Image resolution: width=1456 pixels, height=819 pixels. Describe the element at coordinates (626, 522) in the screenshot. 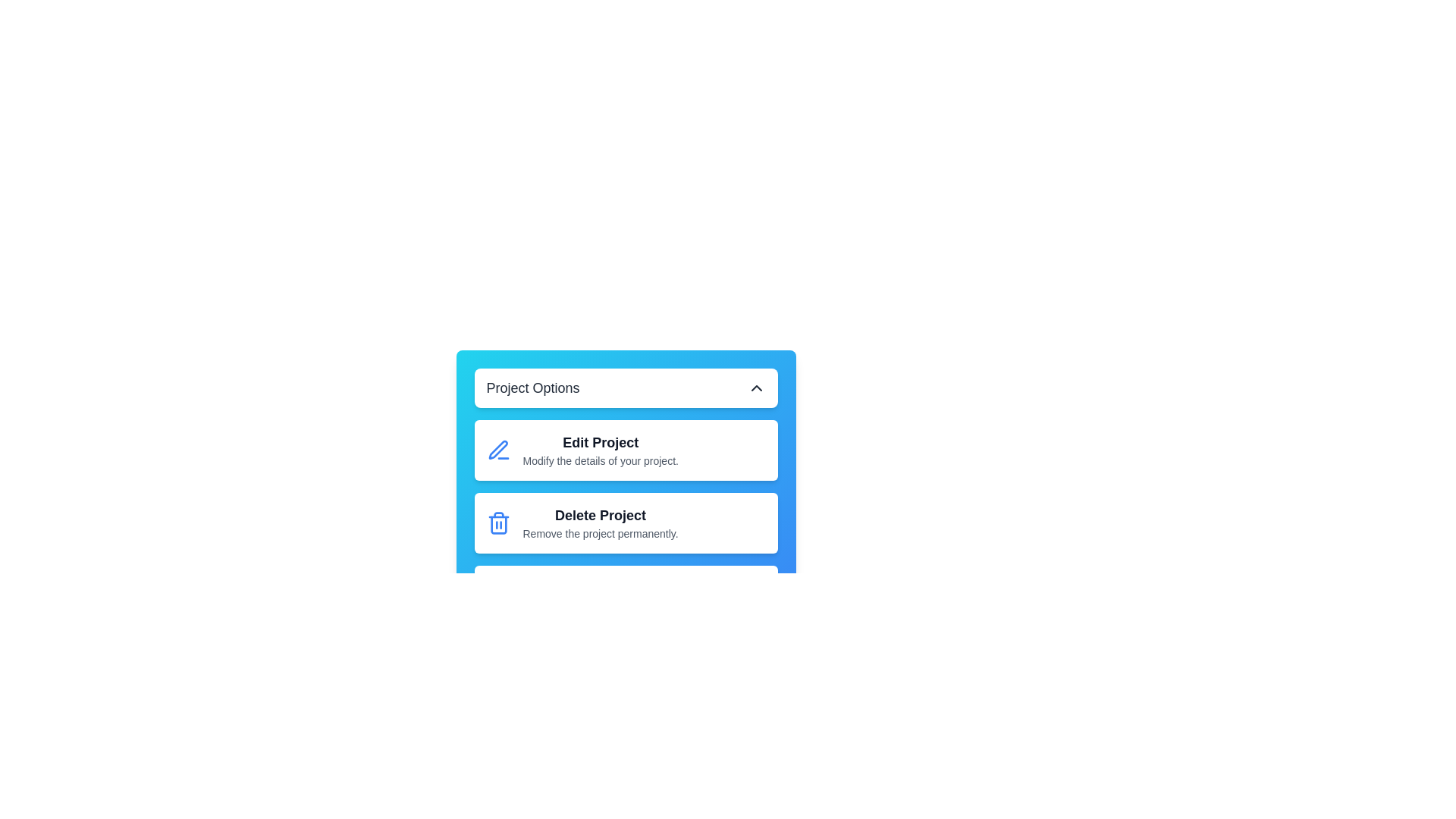

I see `the menu item Delete Project to observe the visual effect` at that location.